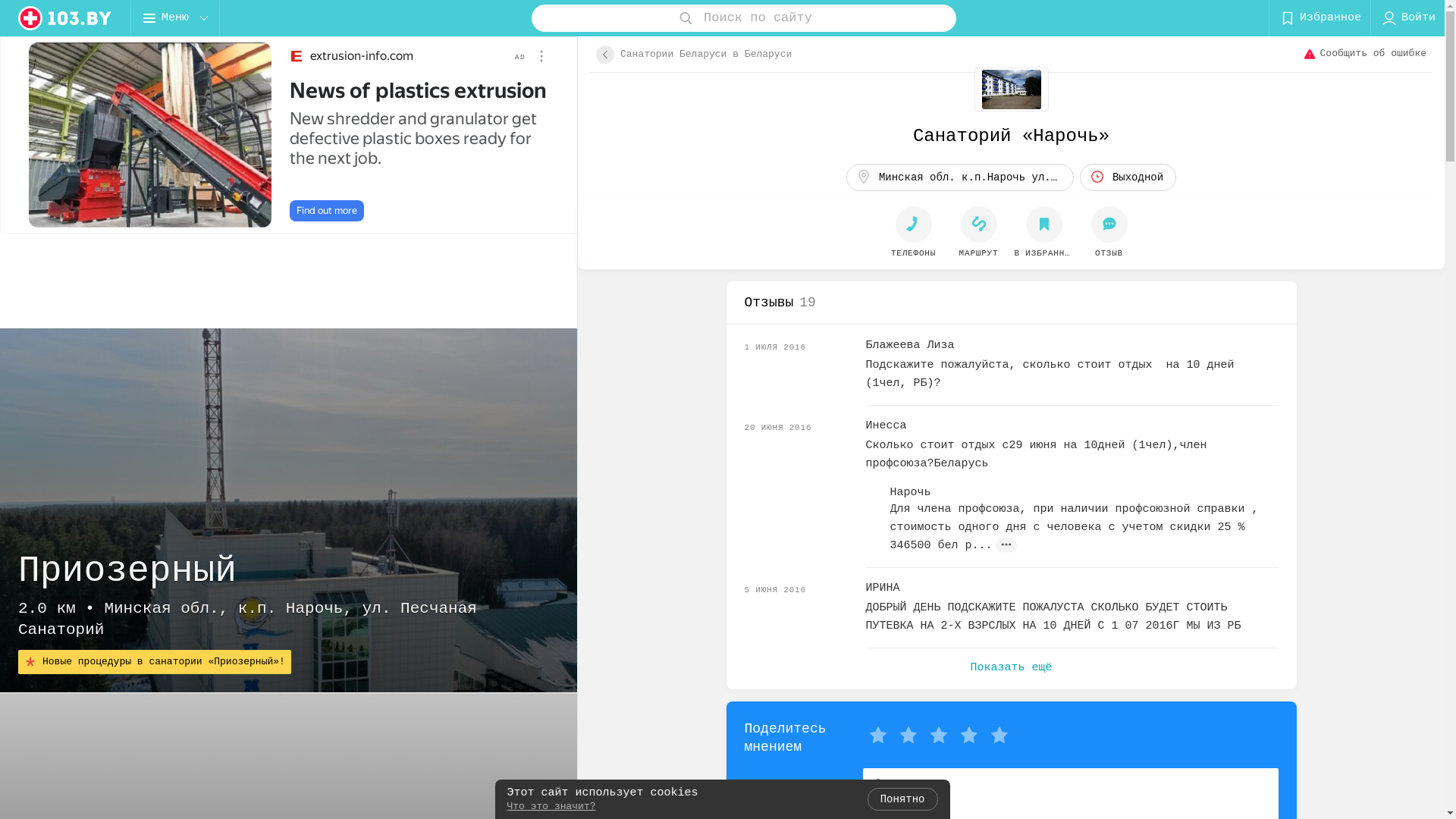  I want to click on 'logo', so click(18, 17).